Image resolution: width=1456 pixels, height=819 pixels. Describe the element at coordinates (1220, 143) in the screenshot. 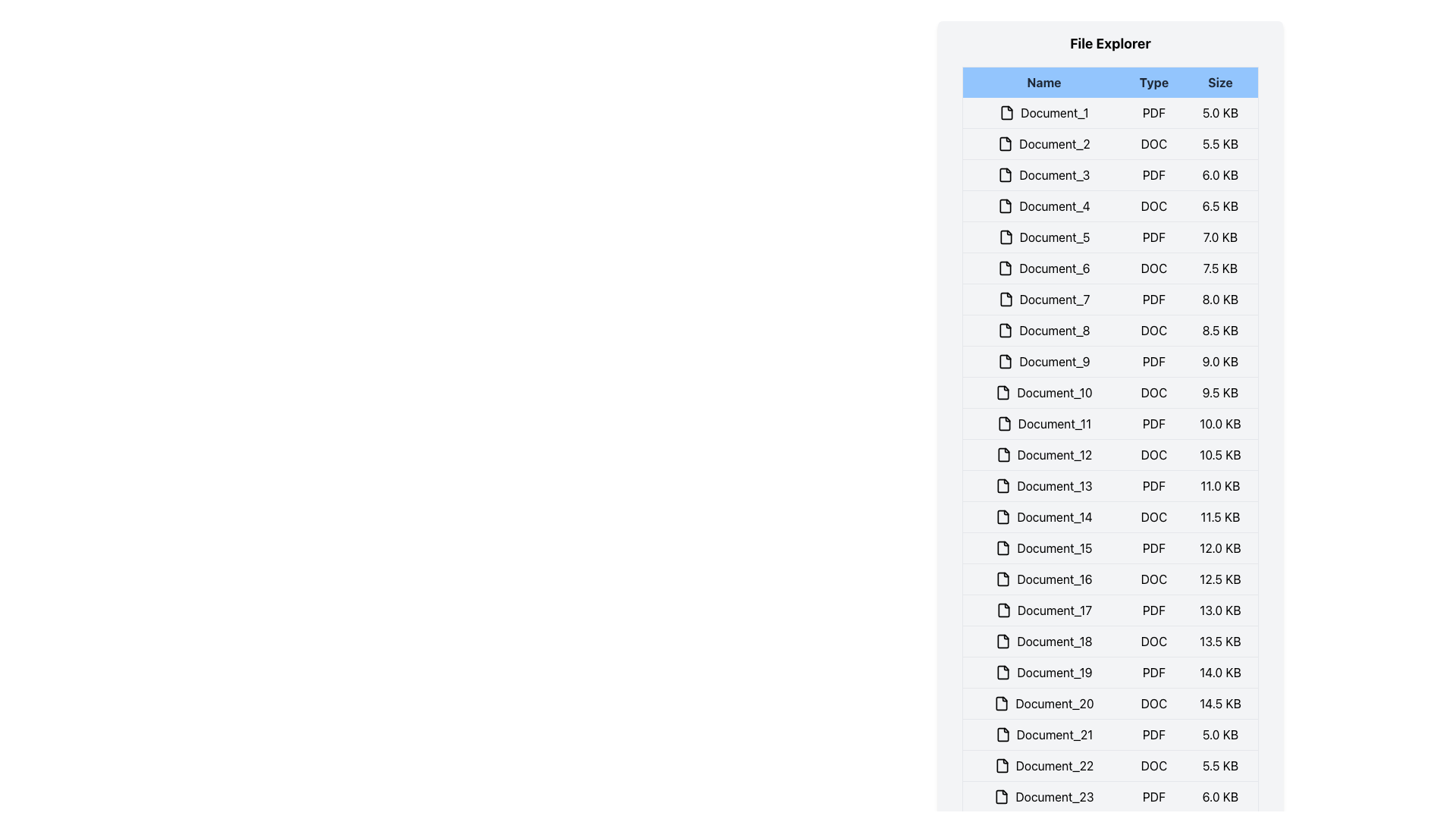

I see `the text label displaying '5.5 KB', which represents the file size in the file listing interface, aligned to the right under the 'Size' column` at that location.